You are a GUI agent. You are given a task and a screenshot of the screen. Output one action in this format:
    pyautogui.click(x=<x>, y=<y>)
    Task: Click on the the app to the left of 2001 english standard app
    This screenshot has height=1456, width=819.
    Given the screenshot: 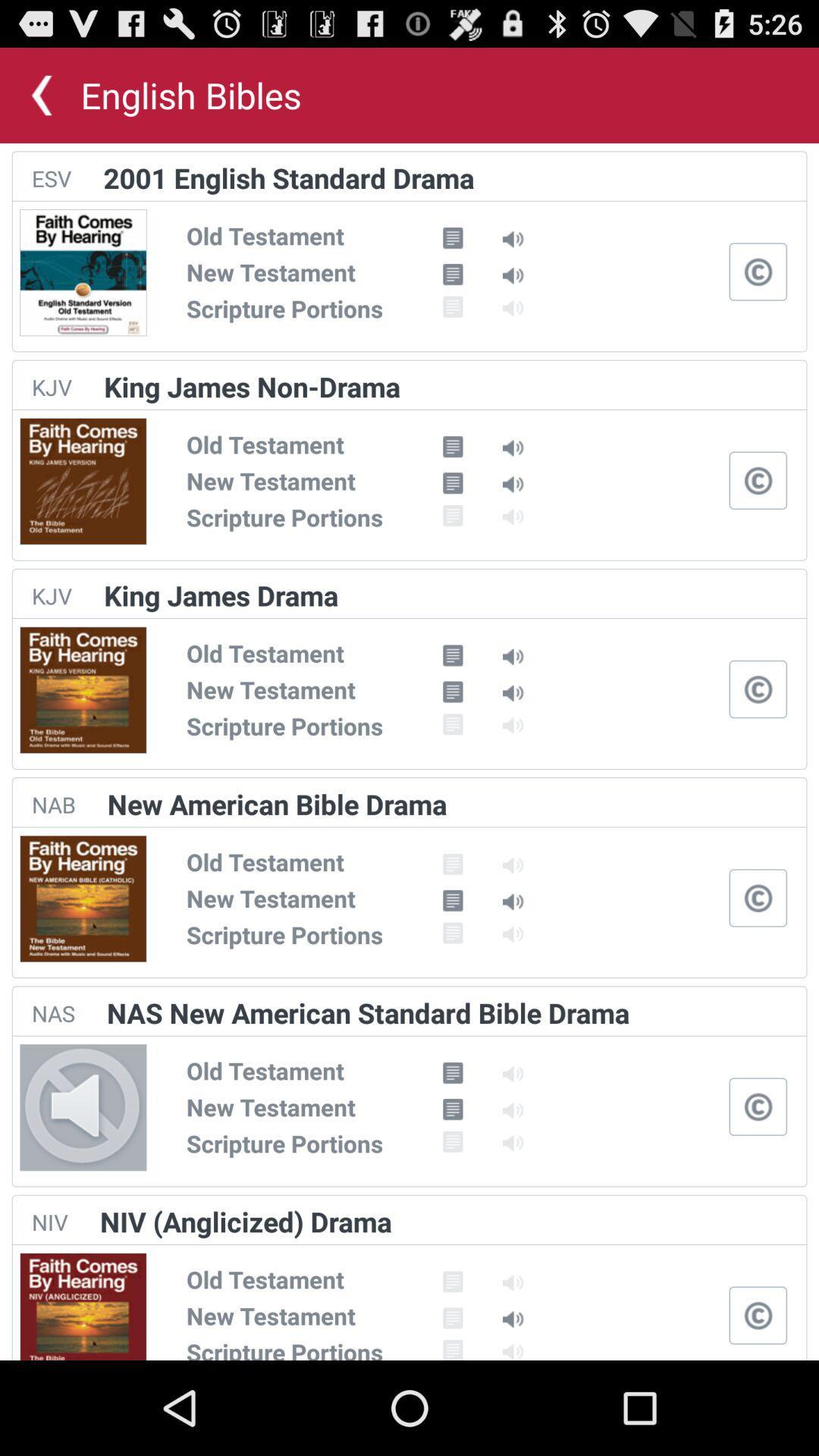 What is the action you would take?
    pyautogui.click(x=51, y=178)
    